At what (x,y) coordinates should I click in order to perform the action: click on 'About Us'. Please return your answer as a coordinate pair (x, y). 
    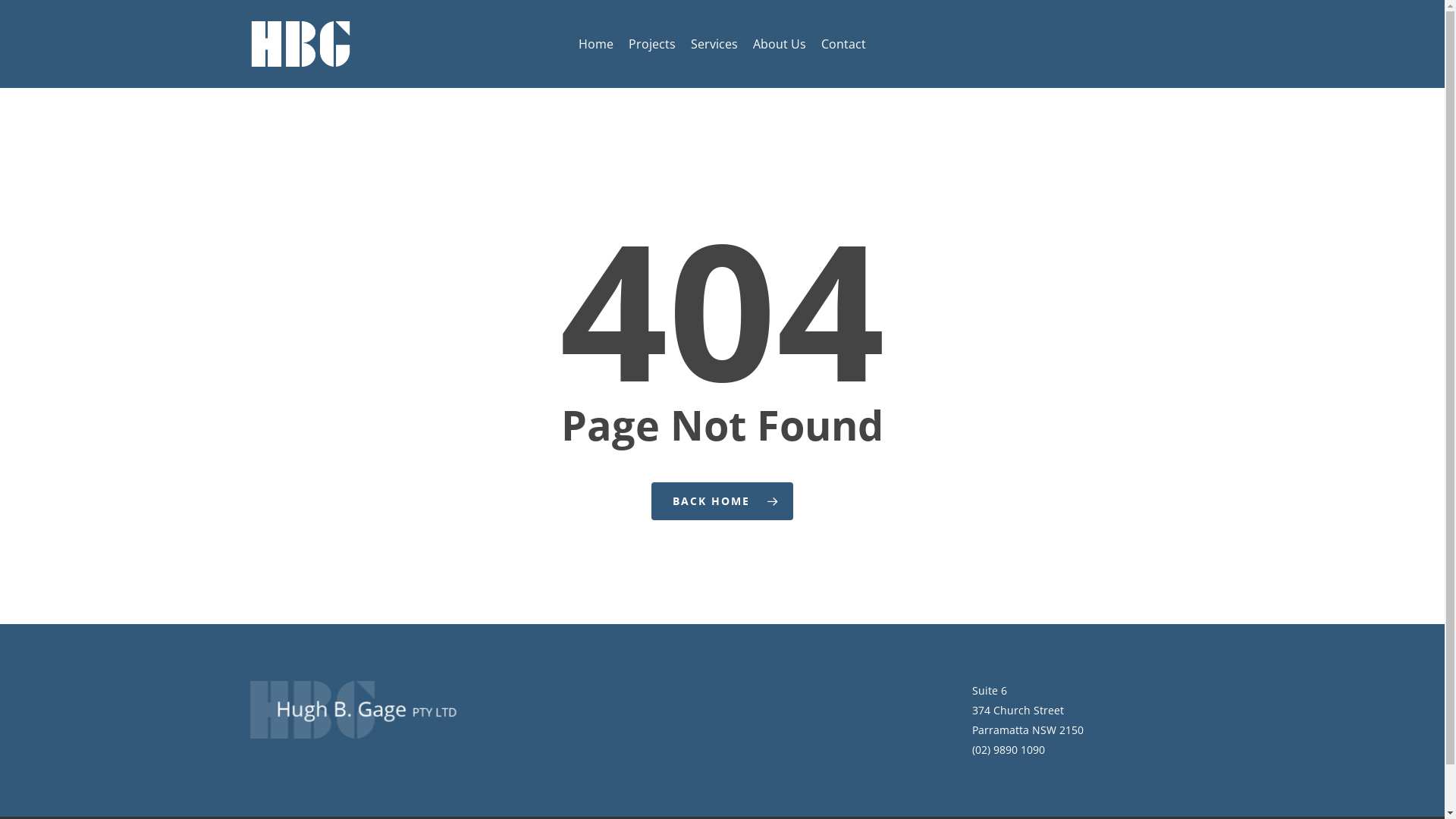
    Looking at the image, I should click on (779, 42).